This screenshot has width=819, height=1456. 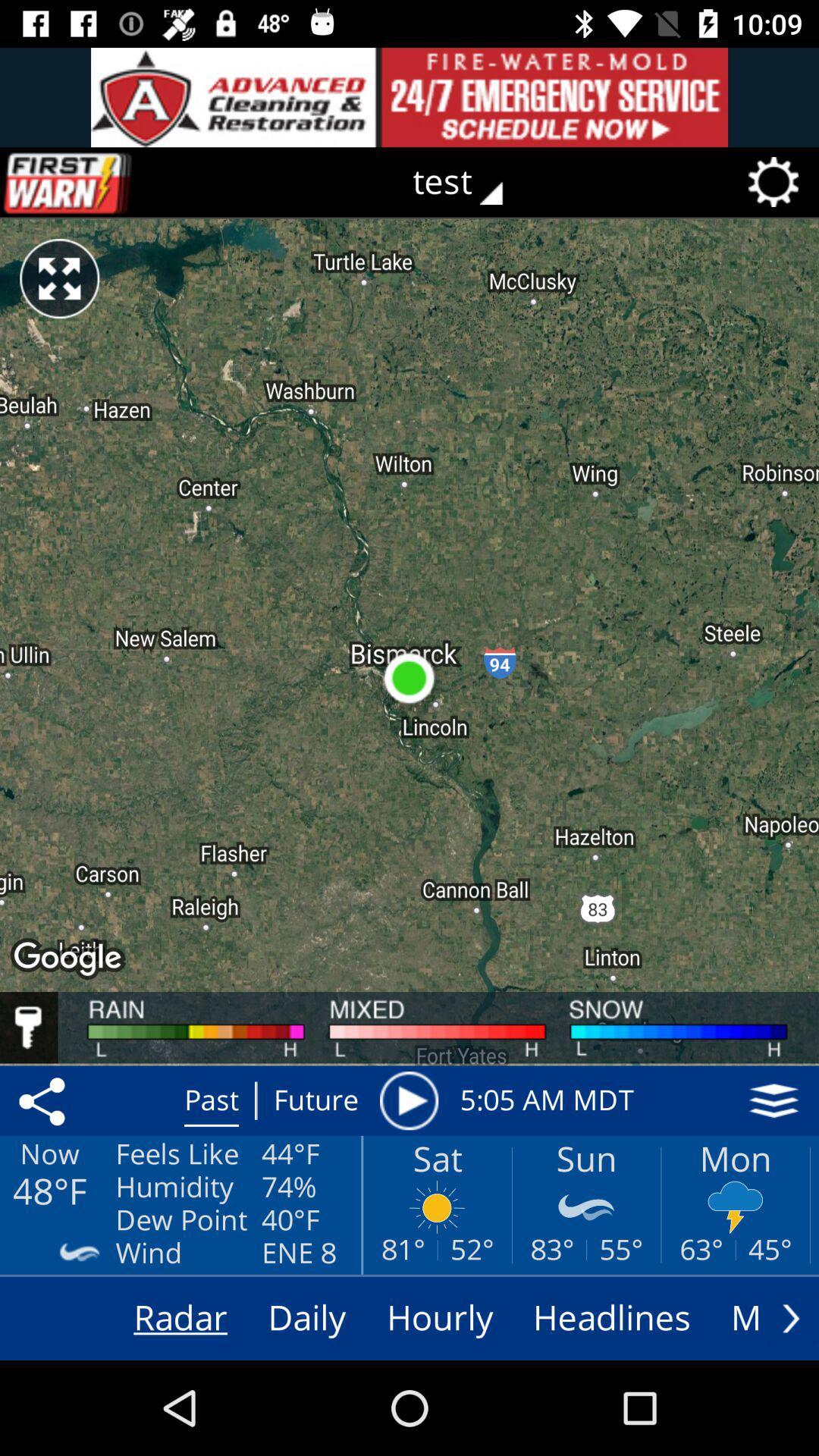 I want to click on daily, so click(x=307, y=1317).